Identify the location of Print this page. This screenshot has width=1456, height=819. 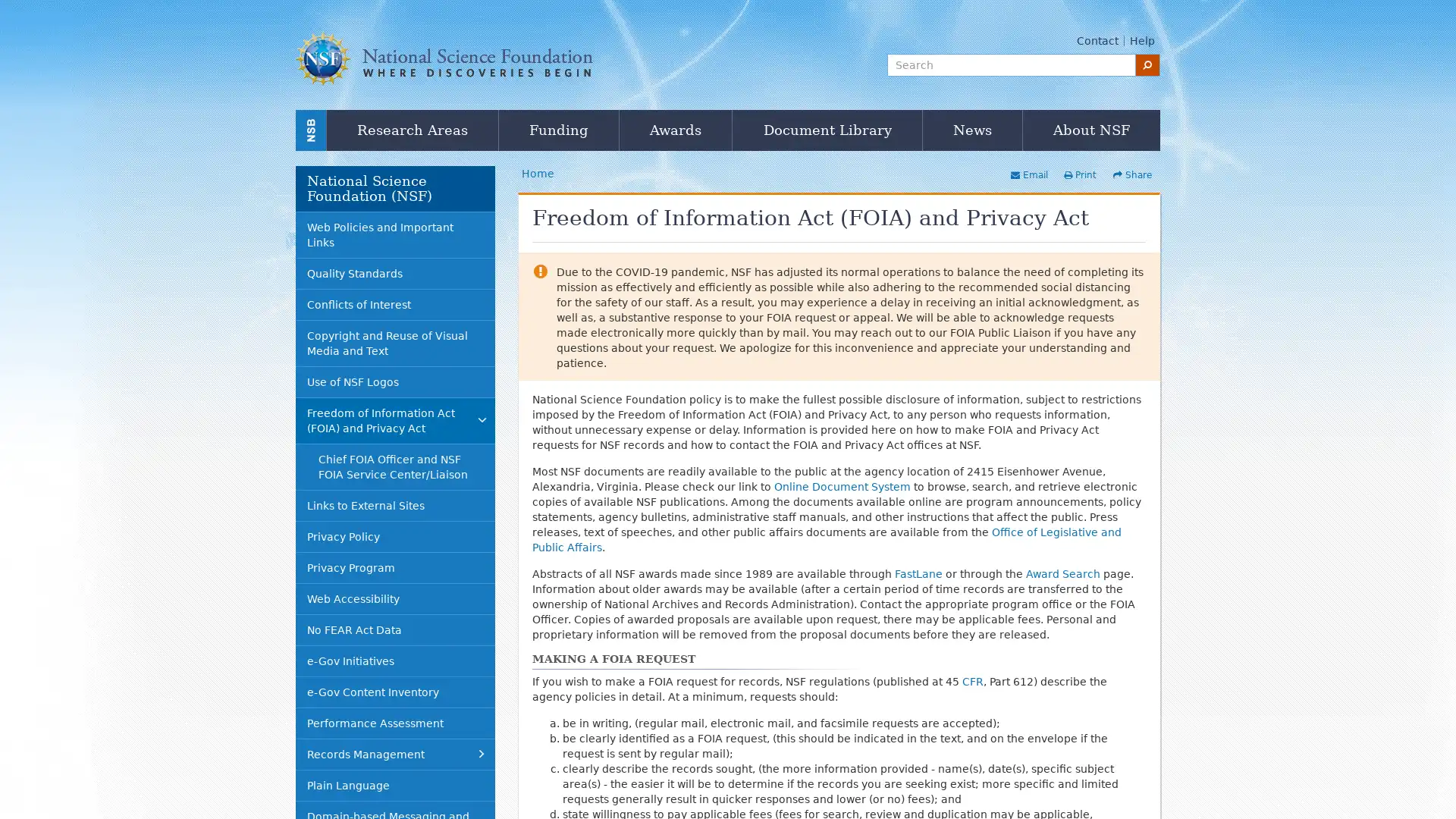
(1078, 174).